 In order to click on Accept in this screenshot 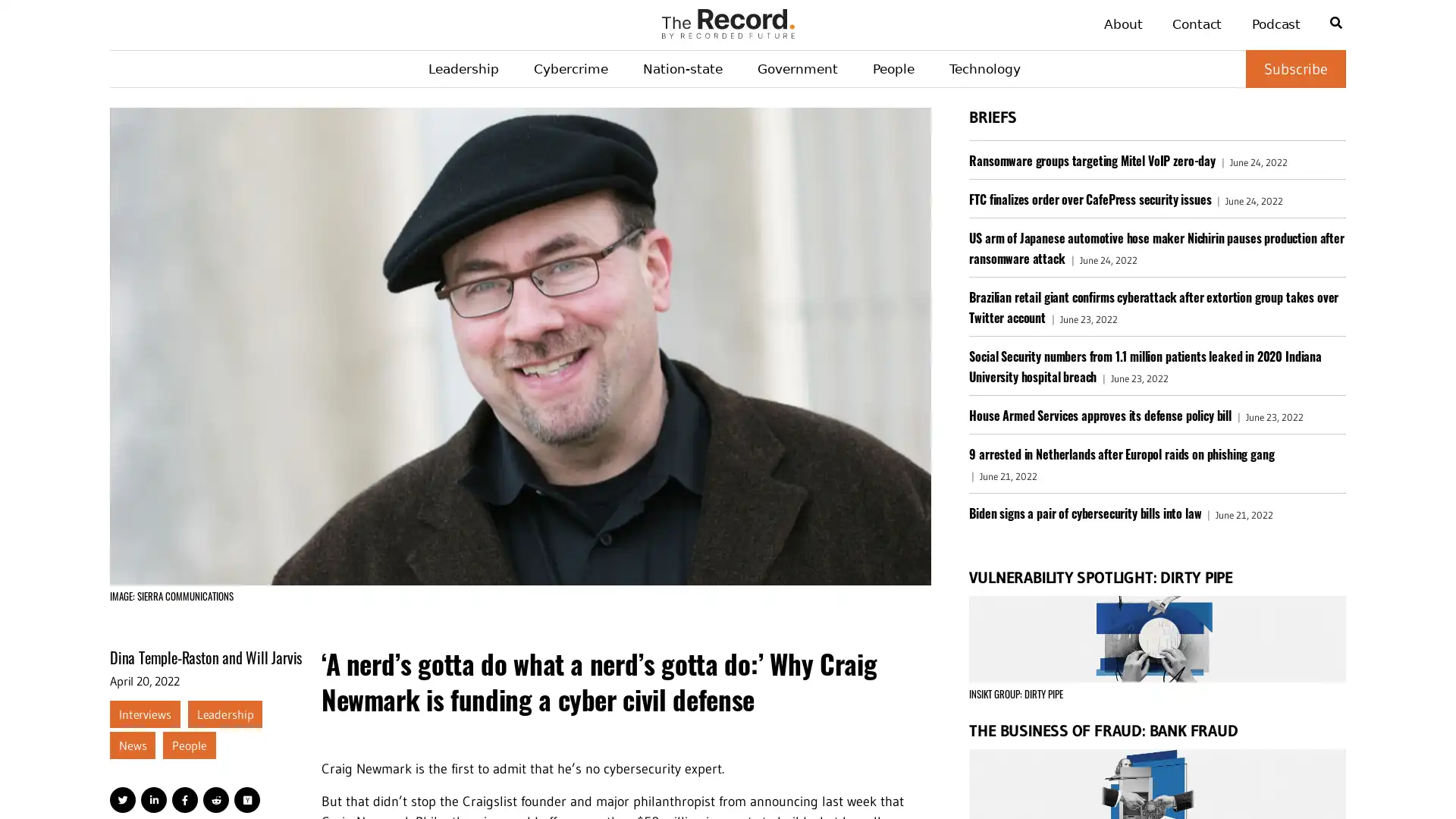, I will do `click(1403, 781)`.